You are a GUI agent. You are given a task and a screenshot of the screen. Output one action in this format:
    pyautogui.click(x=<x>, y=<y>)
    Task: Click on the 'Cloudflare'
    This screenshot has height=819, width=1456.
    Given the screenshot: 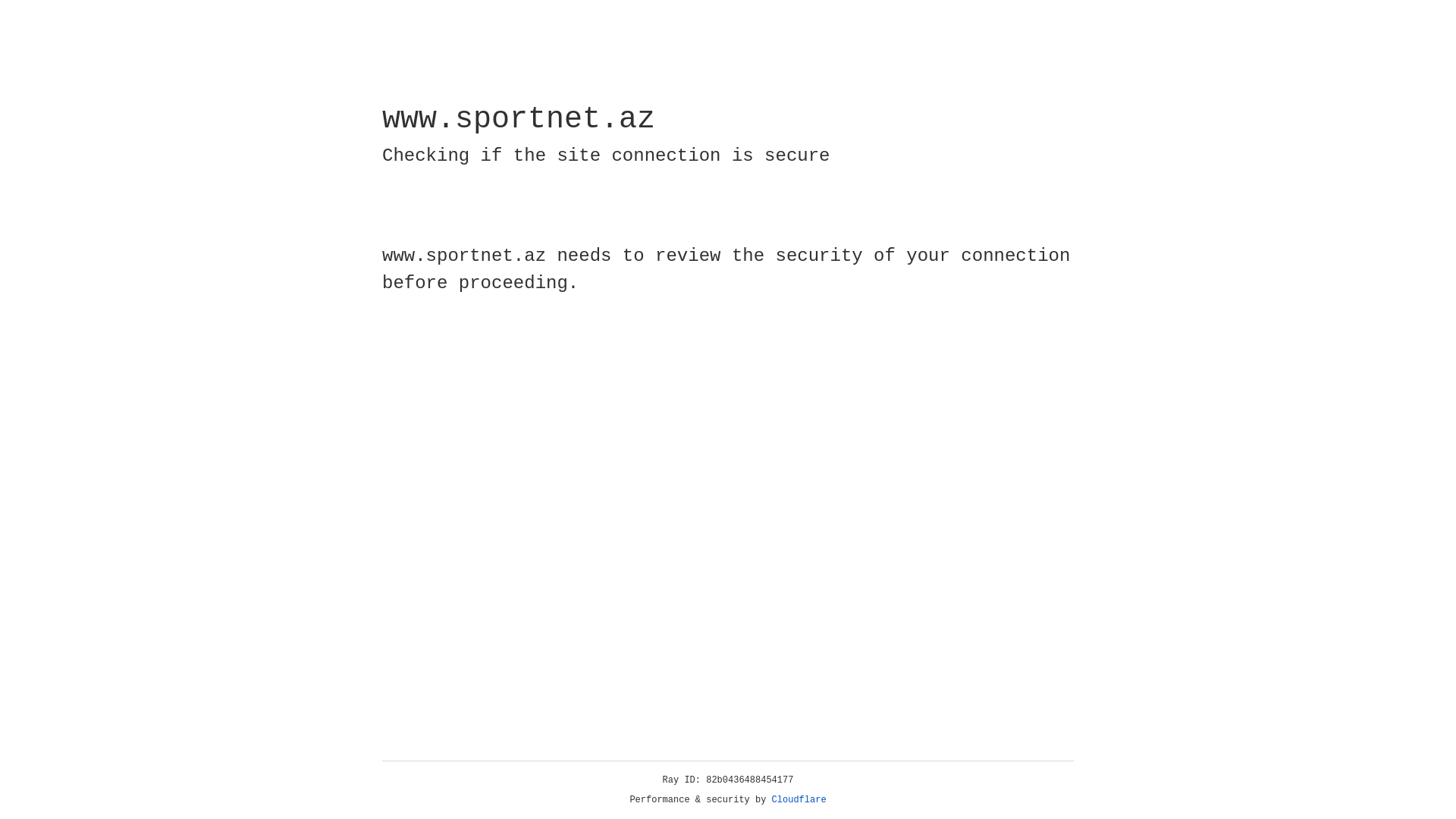 What is the action you would take?
    pyautogui.click(x=799, y=799)
    